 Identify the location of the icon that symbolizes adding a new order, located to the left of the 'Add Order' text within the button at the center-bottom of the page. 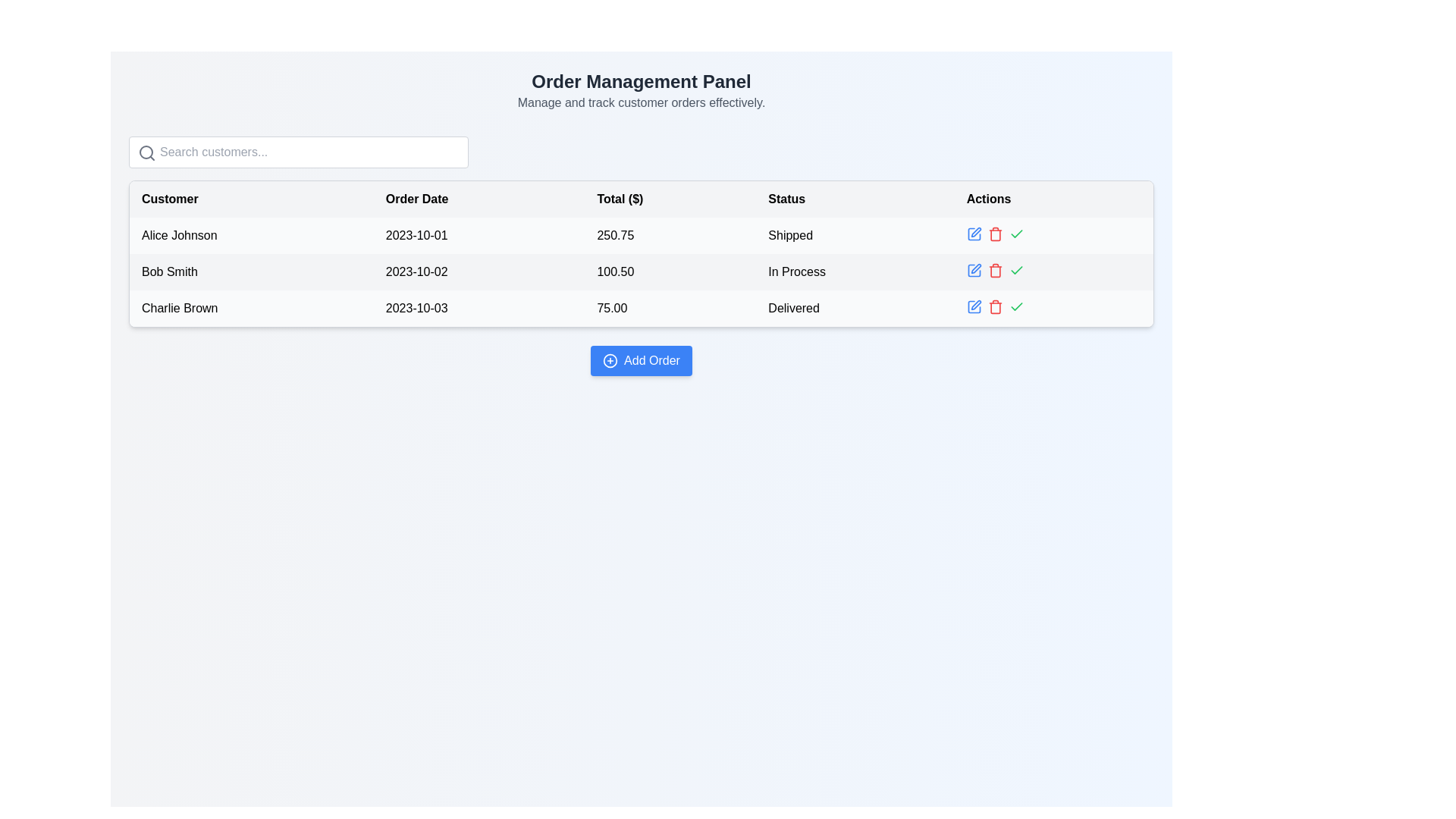
(610, 360).